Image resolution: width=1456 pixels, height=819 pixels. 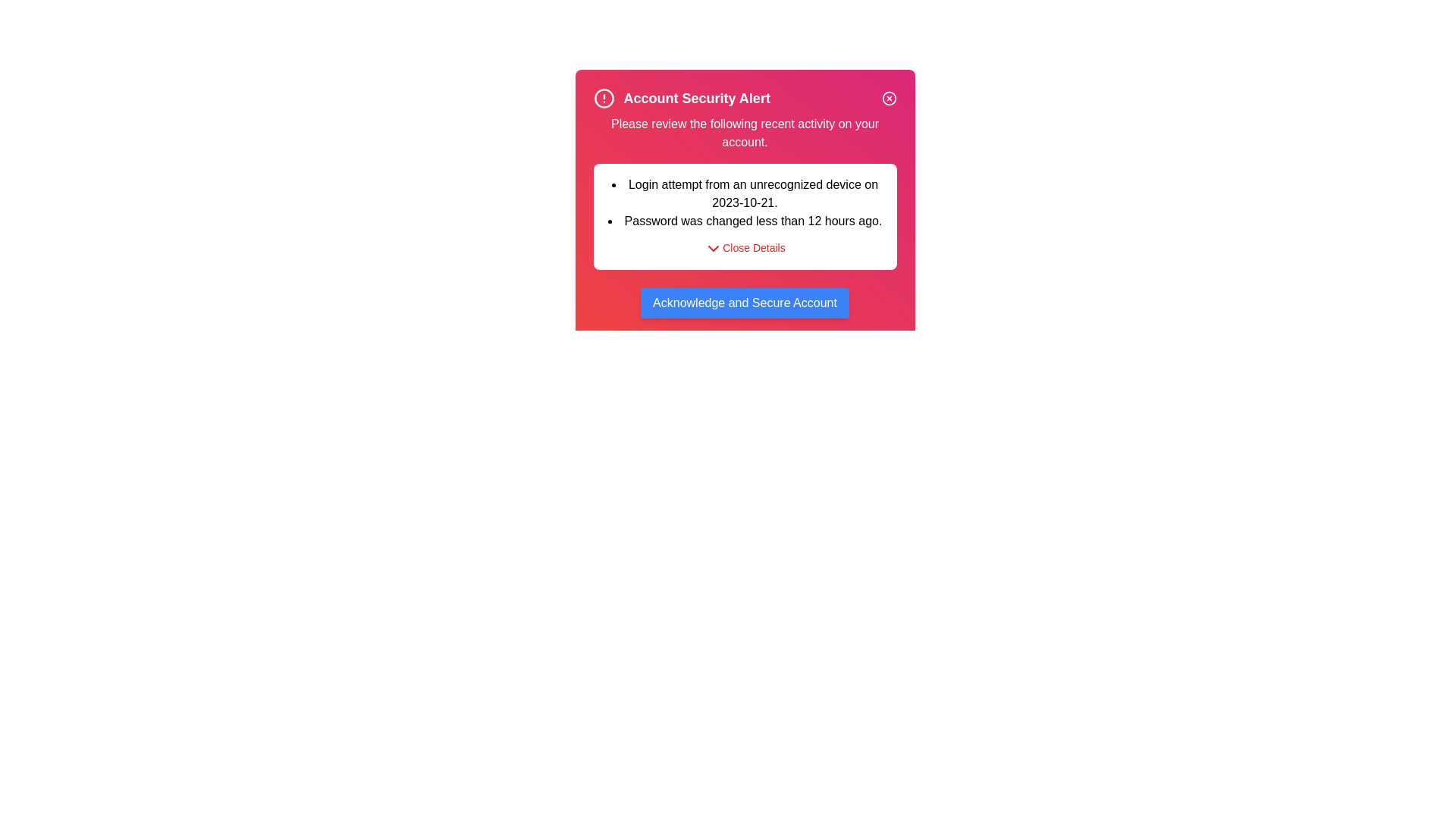 I want to click on the confirmation button located at the bottom of the modal alert box to confirm and proceed with securing the account, so click(x=745, y=303).